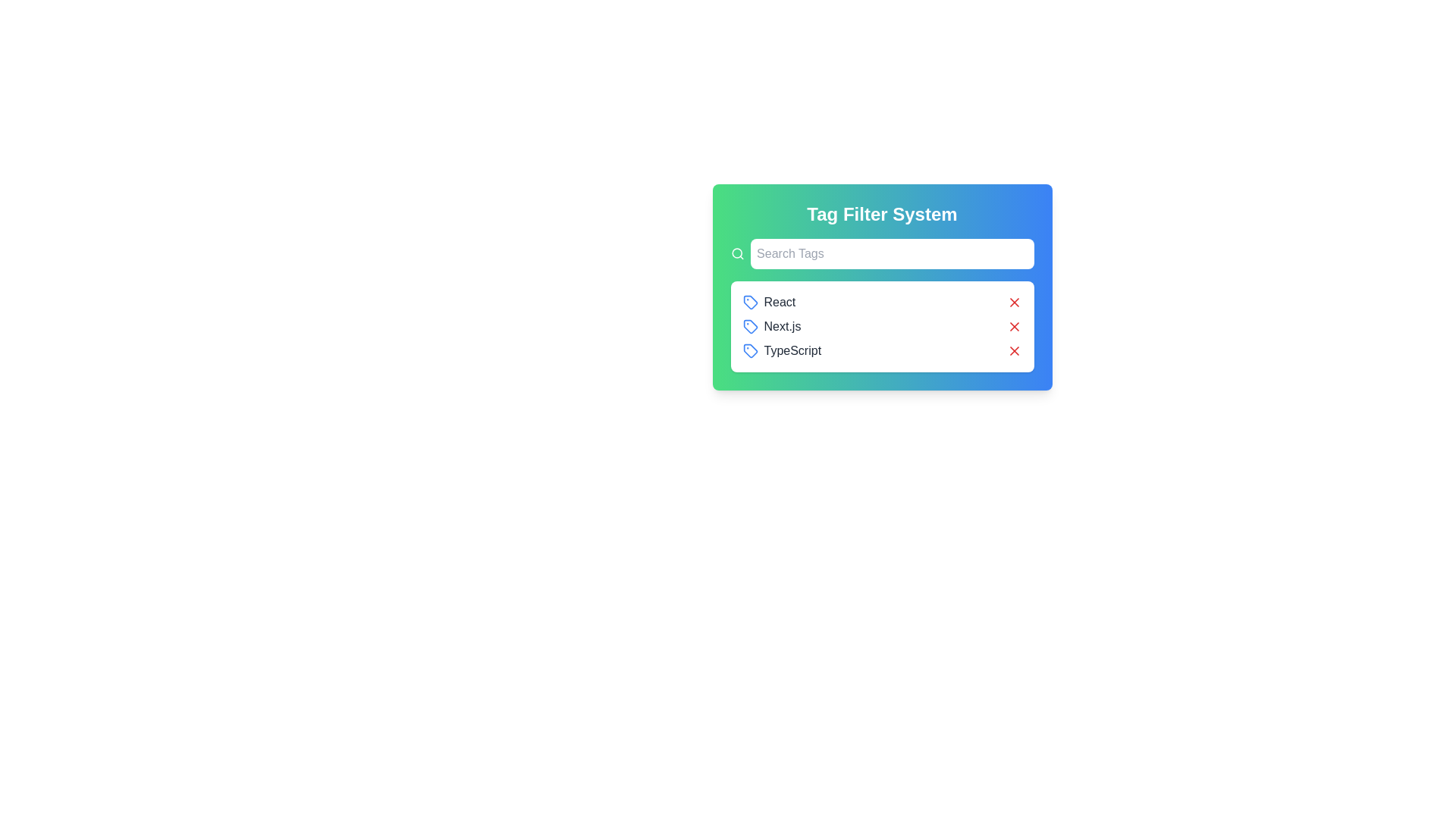 This screenshot has height=819, width=1456. I want to click on the tag icon with a blue outline located to the left of the text 'Next.js' in the tag filter system, so click(750, 326).